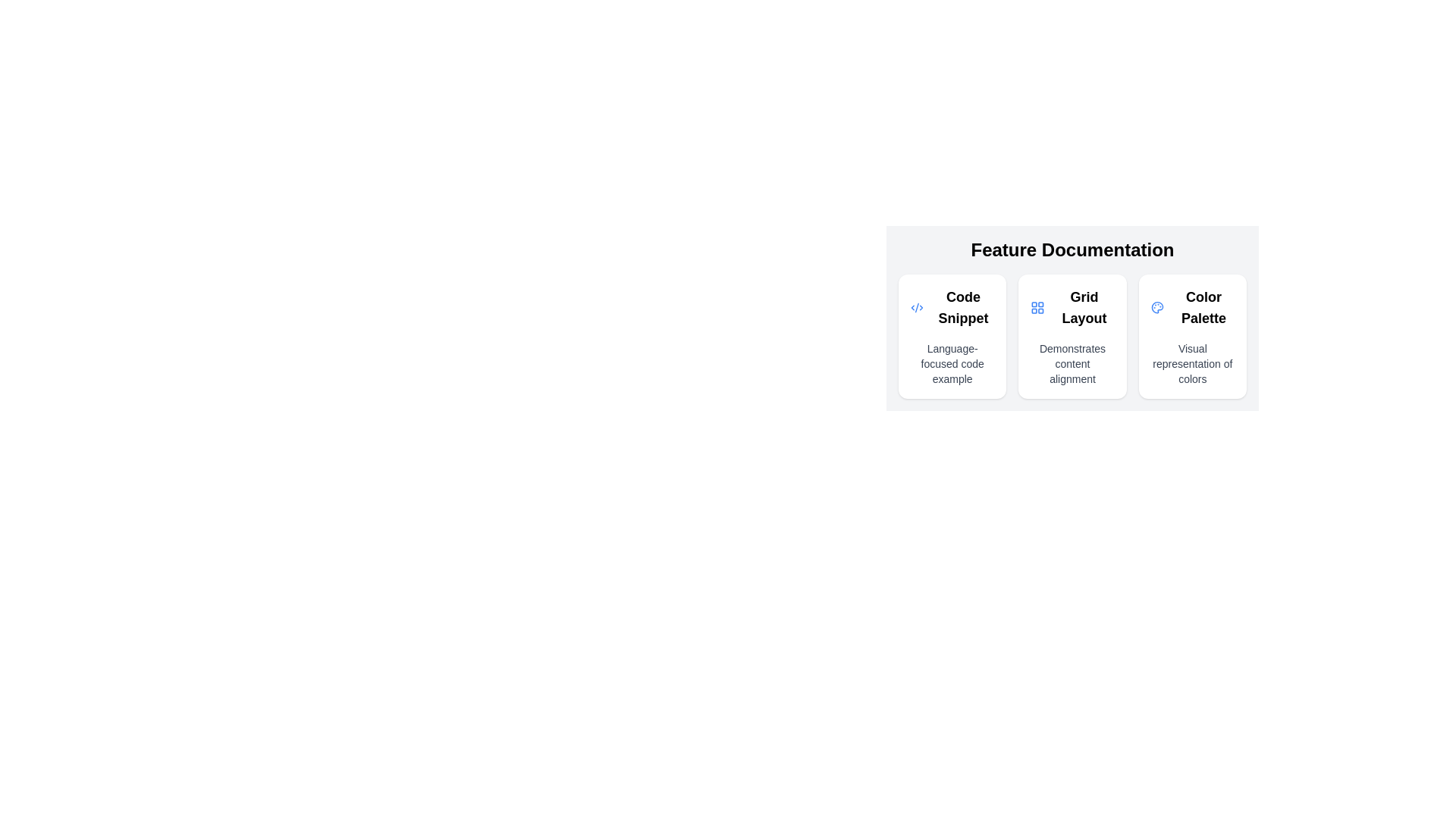 This screenshot has height=819, width=1456. What do you see at coordinates (1037, 307) in the screenshot?
I see `the grid icon located to the left of the 'Grid Layout' text label` at bounding box center [1037, 307].